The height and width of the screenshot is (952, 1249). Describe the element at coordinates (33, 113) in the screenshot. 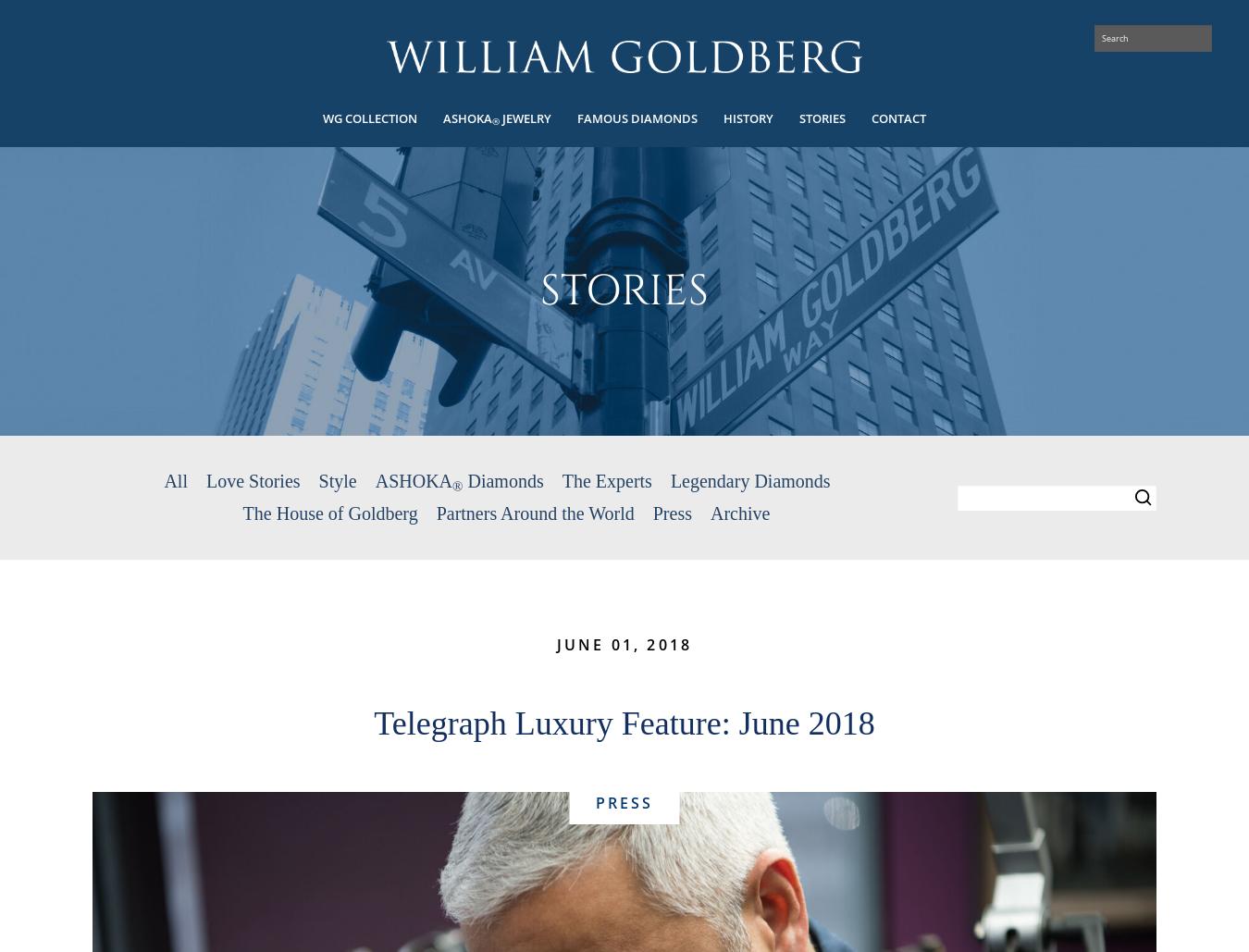

I see `'About'` at that location.